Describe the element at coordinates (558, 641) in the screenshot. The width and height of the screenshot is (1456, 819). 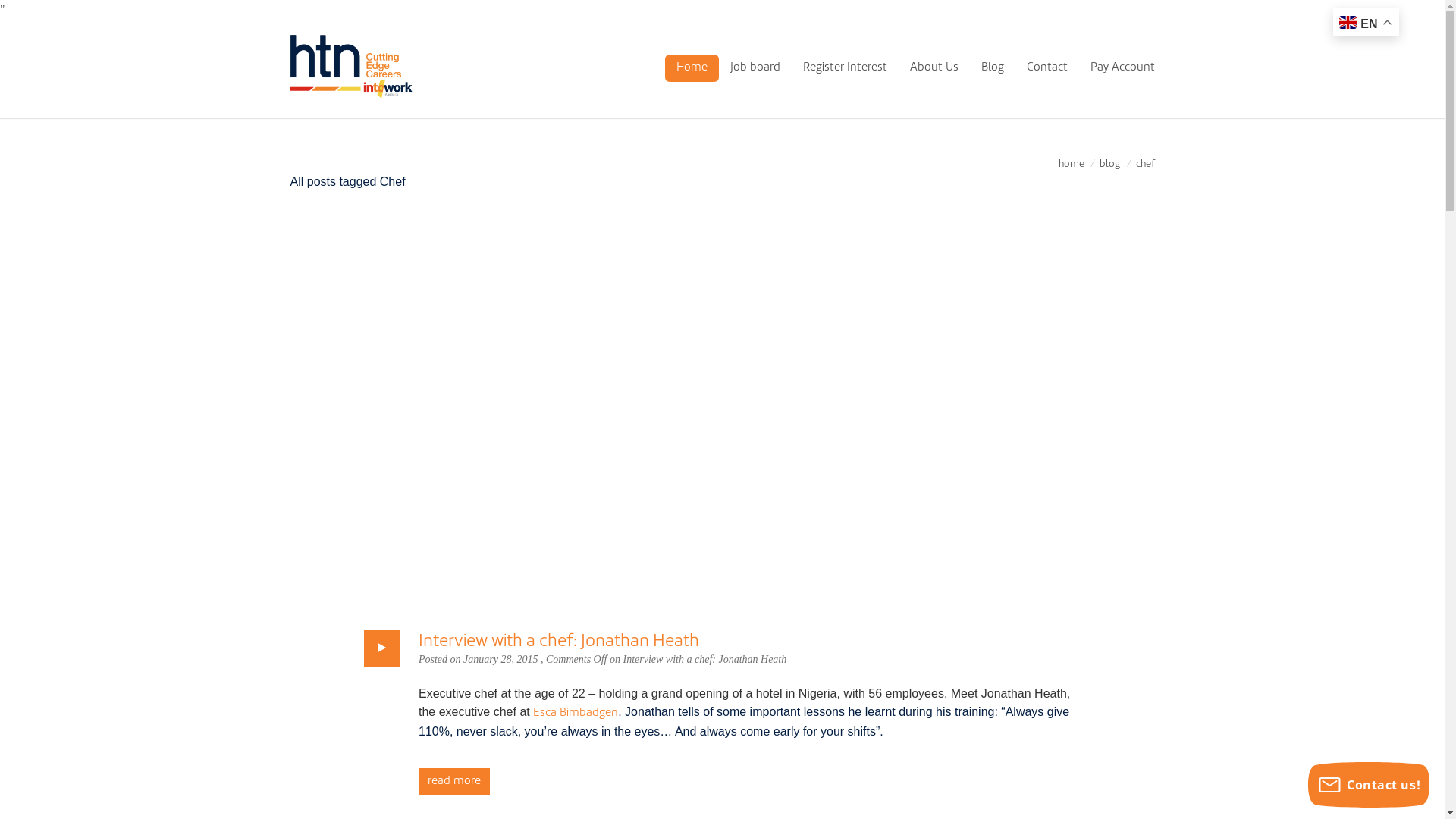
I see `'Interview with a chef: Jonathan Heath'` at that location.